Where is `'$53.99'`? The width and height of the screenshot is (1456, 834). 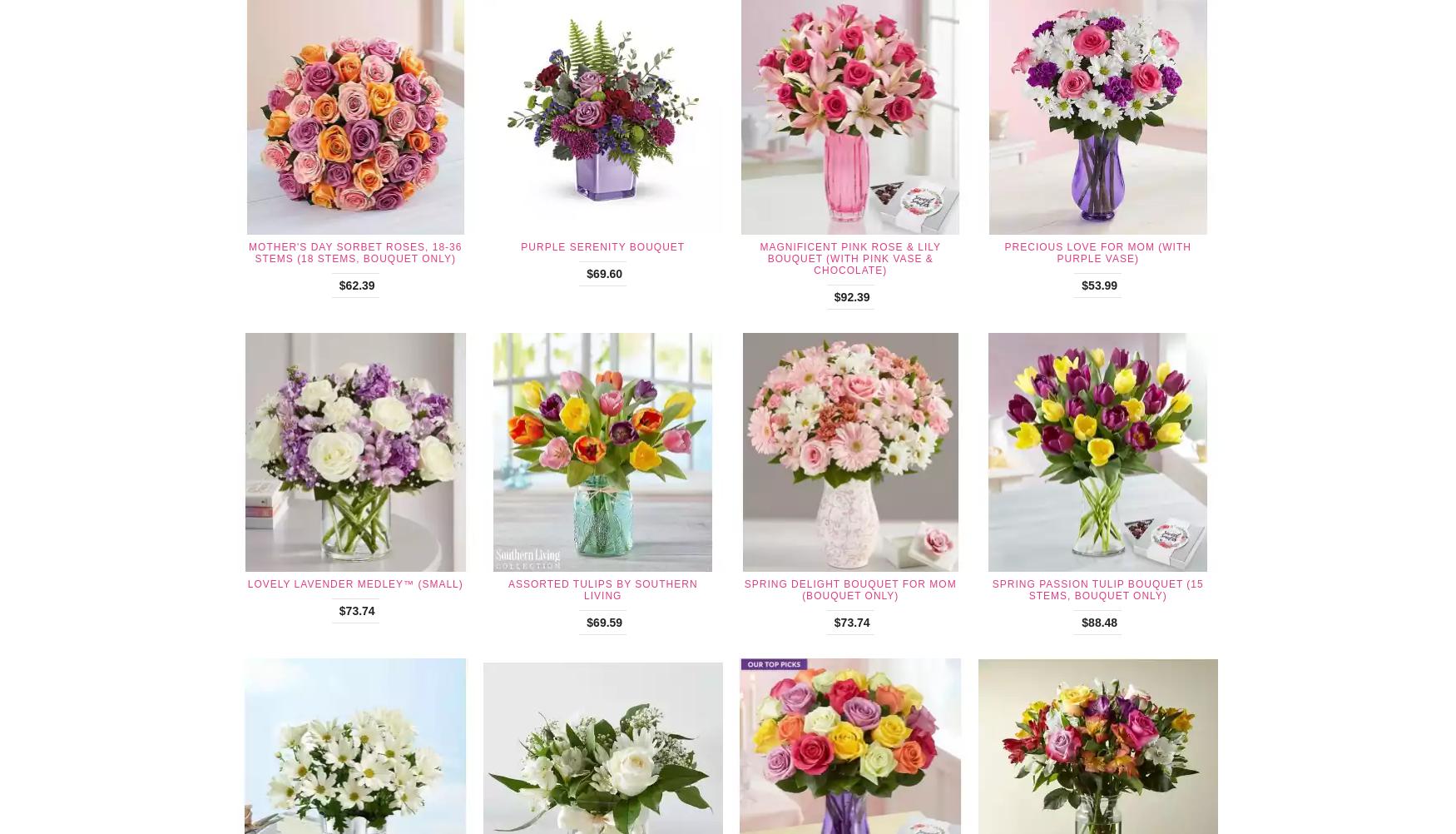 '$53.99' is located at coordinates (1099, 284).